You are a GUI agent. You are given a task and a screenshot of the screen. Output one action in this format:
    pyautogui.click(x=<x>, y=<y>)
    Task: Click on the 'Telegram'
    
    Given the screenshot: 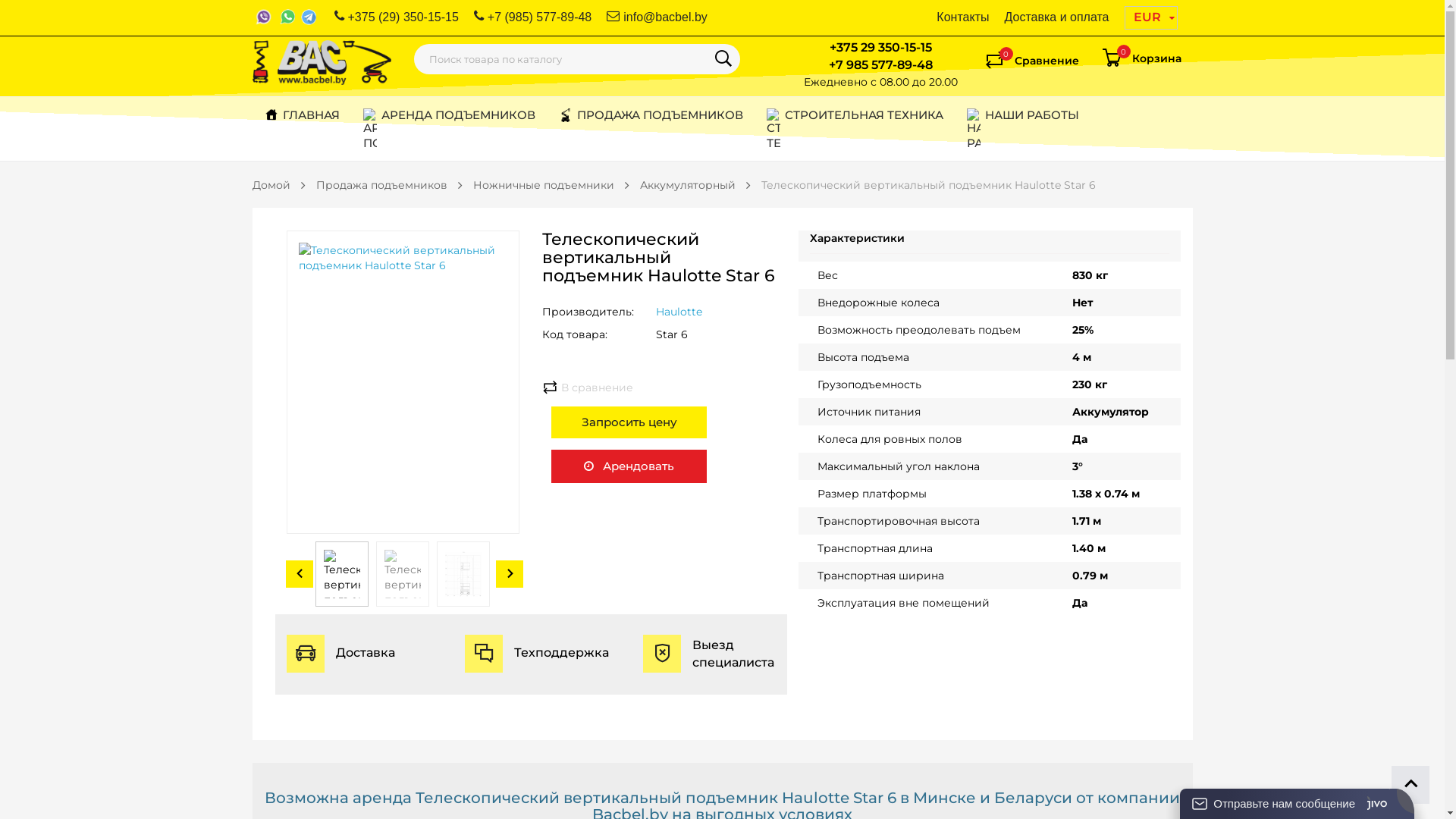 What is the action you would take?
    pyautogui.click(x=309, y=17)
    